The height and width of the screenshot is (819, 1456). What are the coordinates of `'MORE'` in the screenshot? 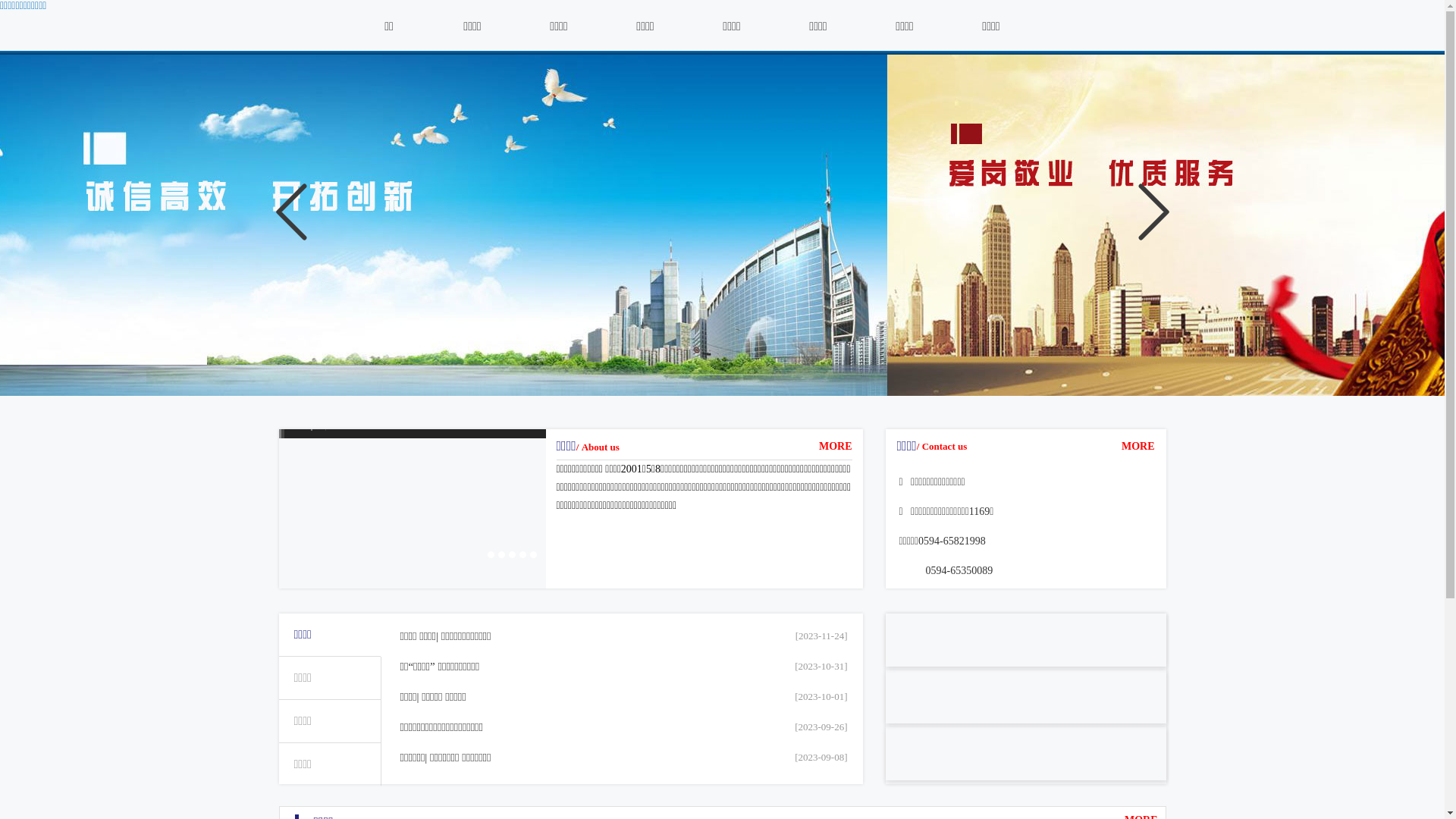 It's located at (835, 445).